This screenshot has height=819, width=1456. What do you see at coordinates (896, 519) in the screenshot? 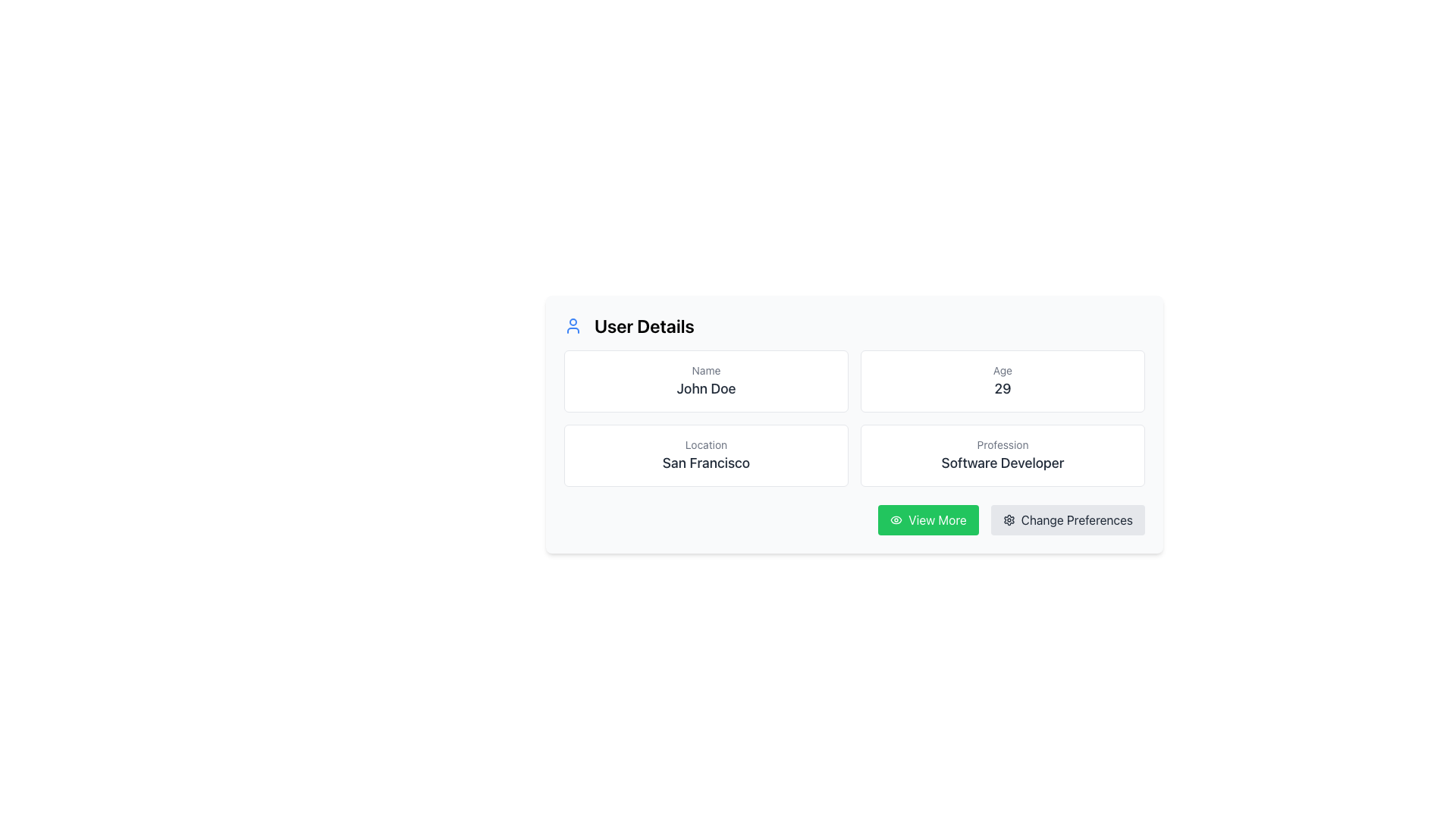
I see `the viewing icon located within the green 'View More' button at the bottom-right corner of the user details card` at bounding box center [896, 519].